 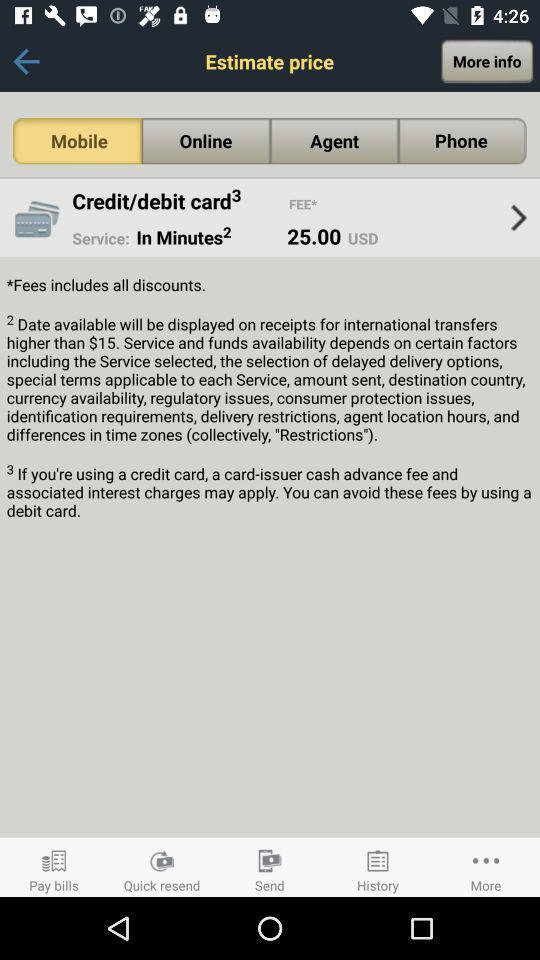 What do you see at coordinates (314, 236) in the screenshot?
I see `app to the right of the in minutes2 item` at bounding box center [314, 236].